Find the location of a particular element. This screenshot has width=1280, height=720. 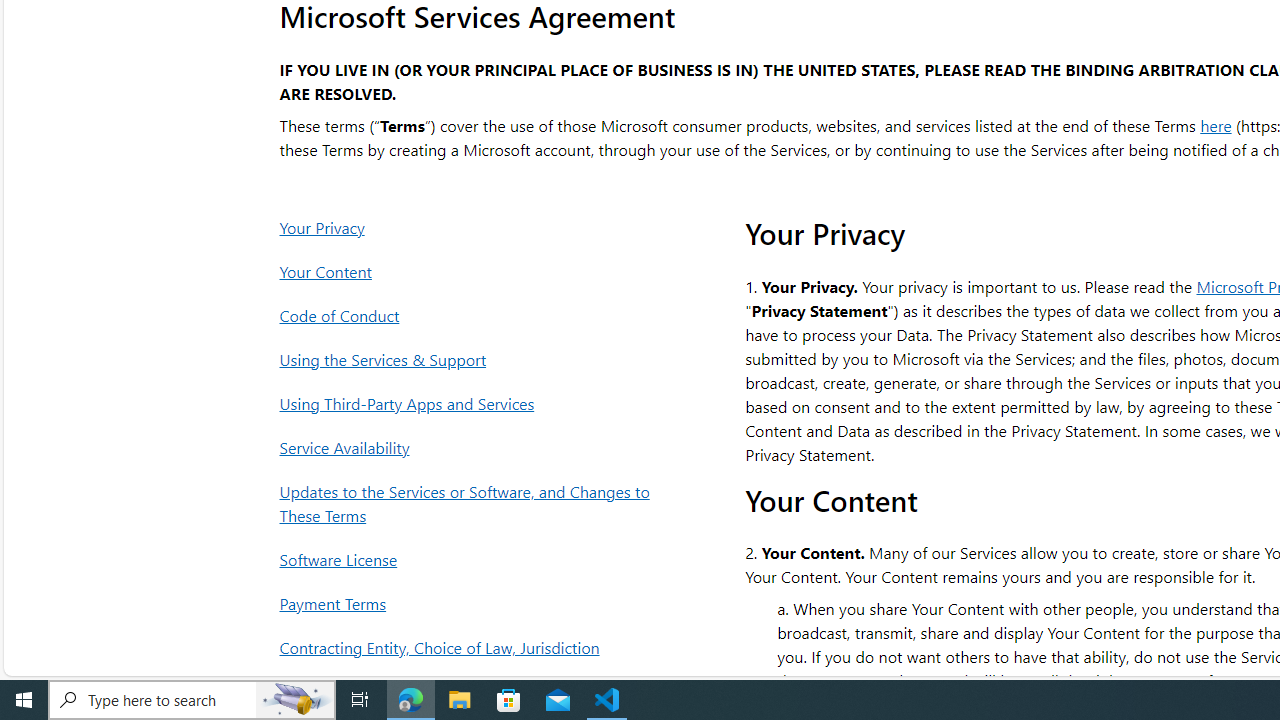

'Using the Services & Support' is located at coordinates (469, 358).